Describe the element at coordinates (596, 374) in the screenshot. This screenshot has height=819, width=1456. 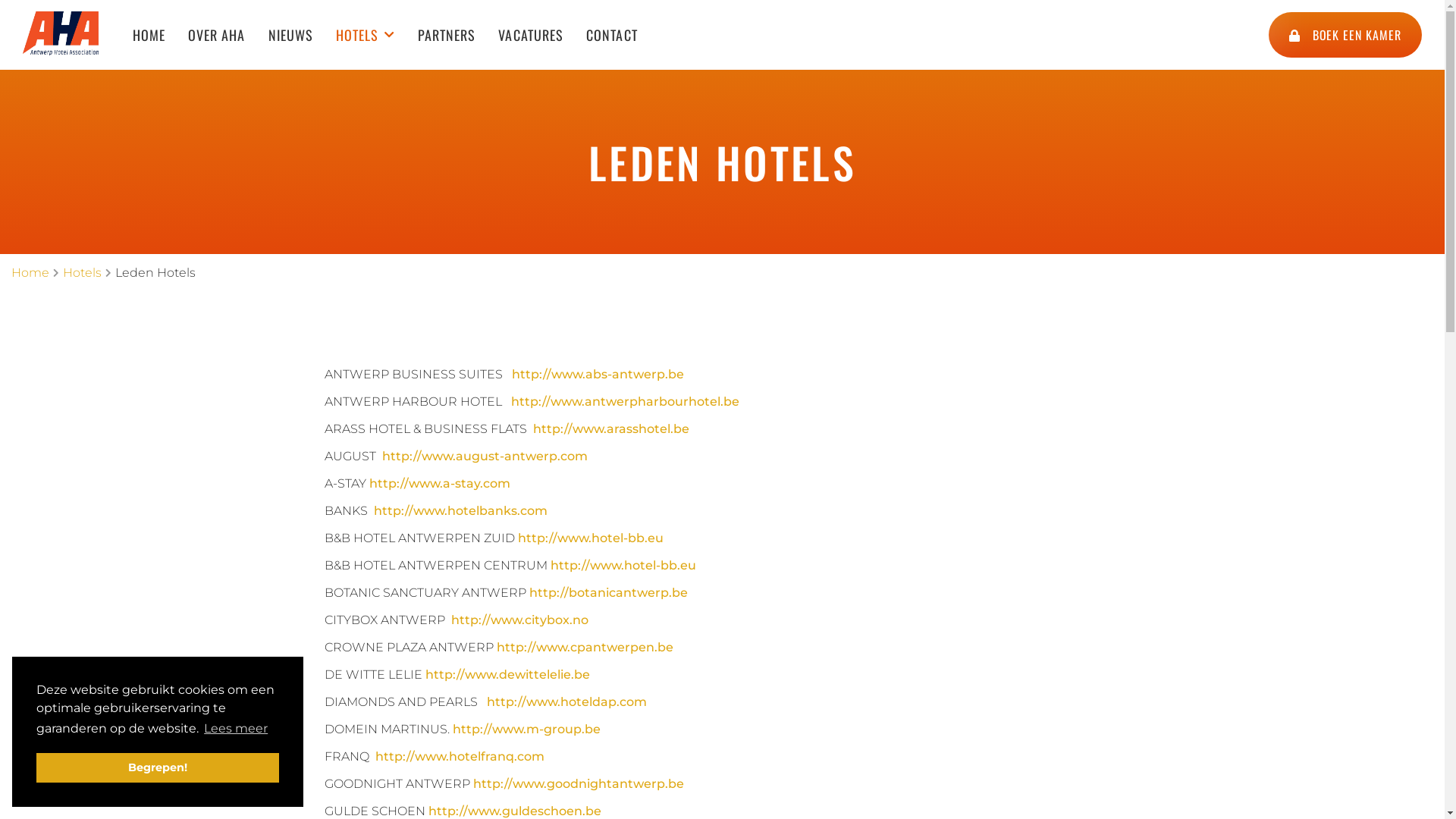
I see `'http://www.abs-antwerp.be'` at that location.